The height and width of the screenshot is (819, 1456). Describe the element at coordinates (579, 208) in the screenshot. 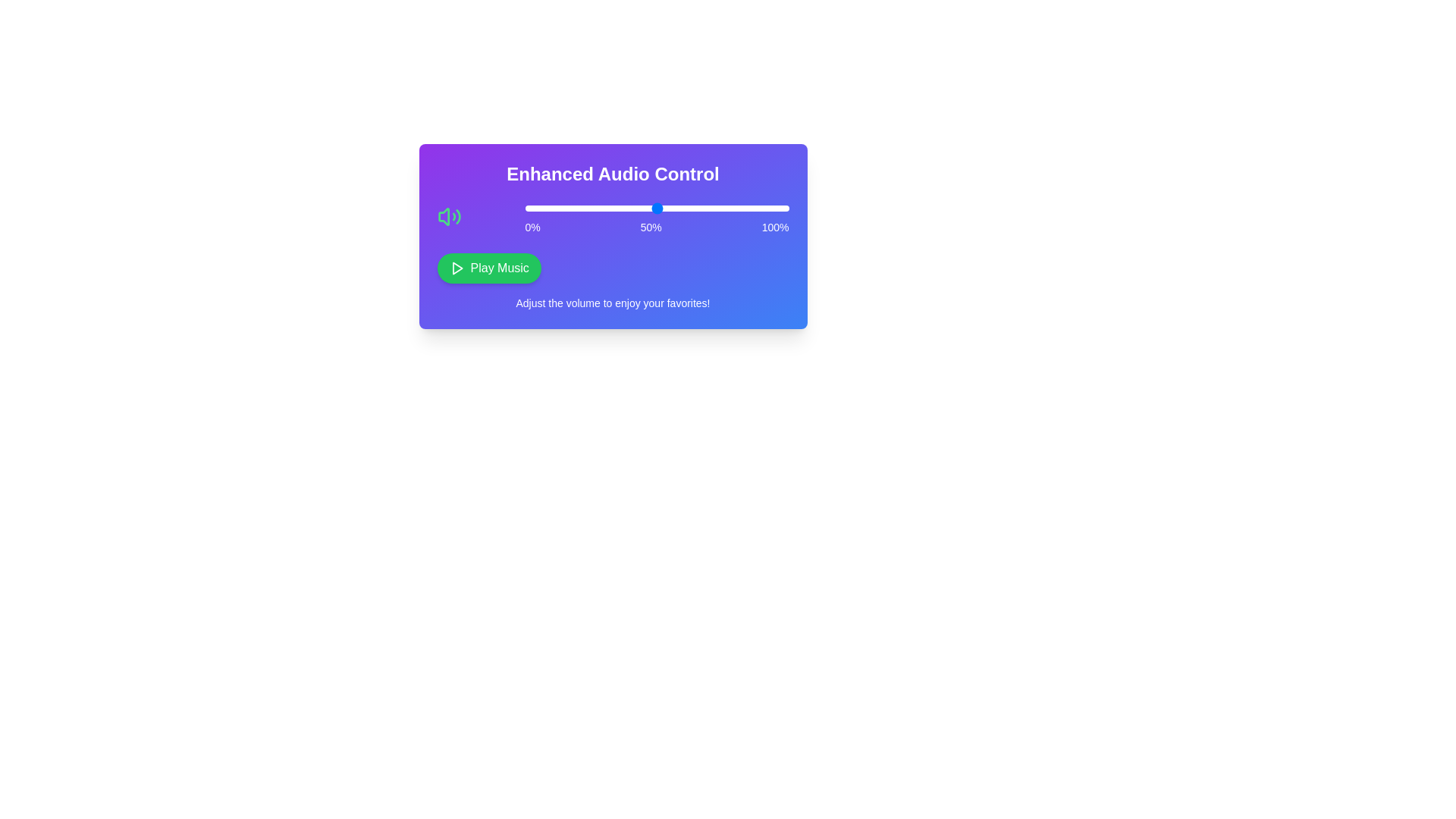

I see `the slider to set the volume to 21%` at that location.